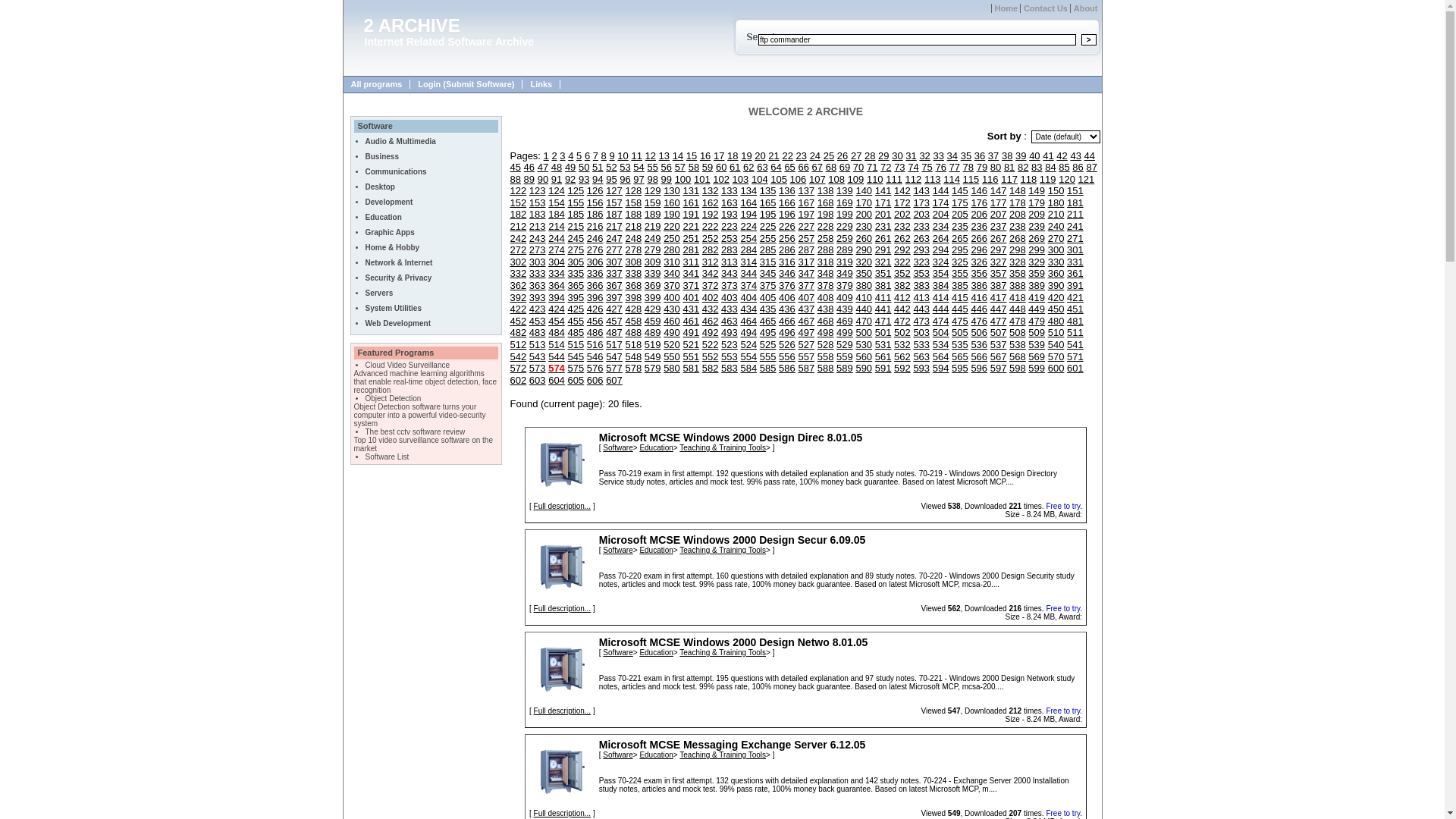  What do you see at coordinates (720, 297) in the screenshot?
I see `'403'` at bounding box center [720, 297].